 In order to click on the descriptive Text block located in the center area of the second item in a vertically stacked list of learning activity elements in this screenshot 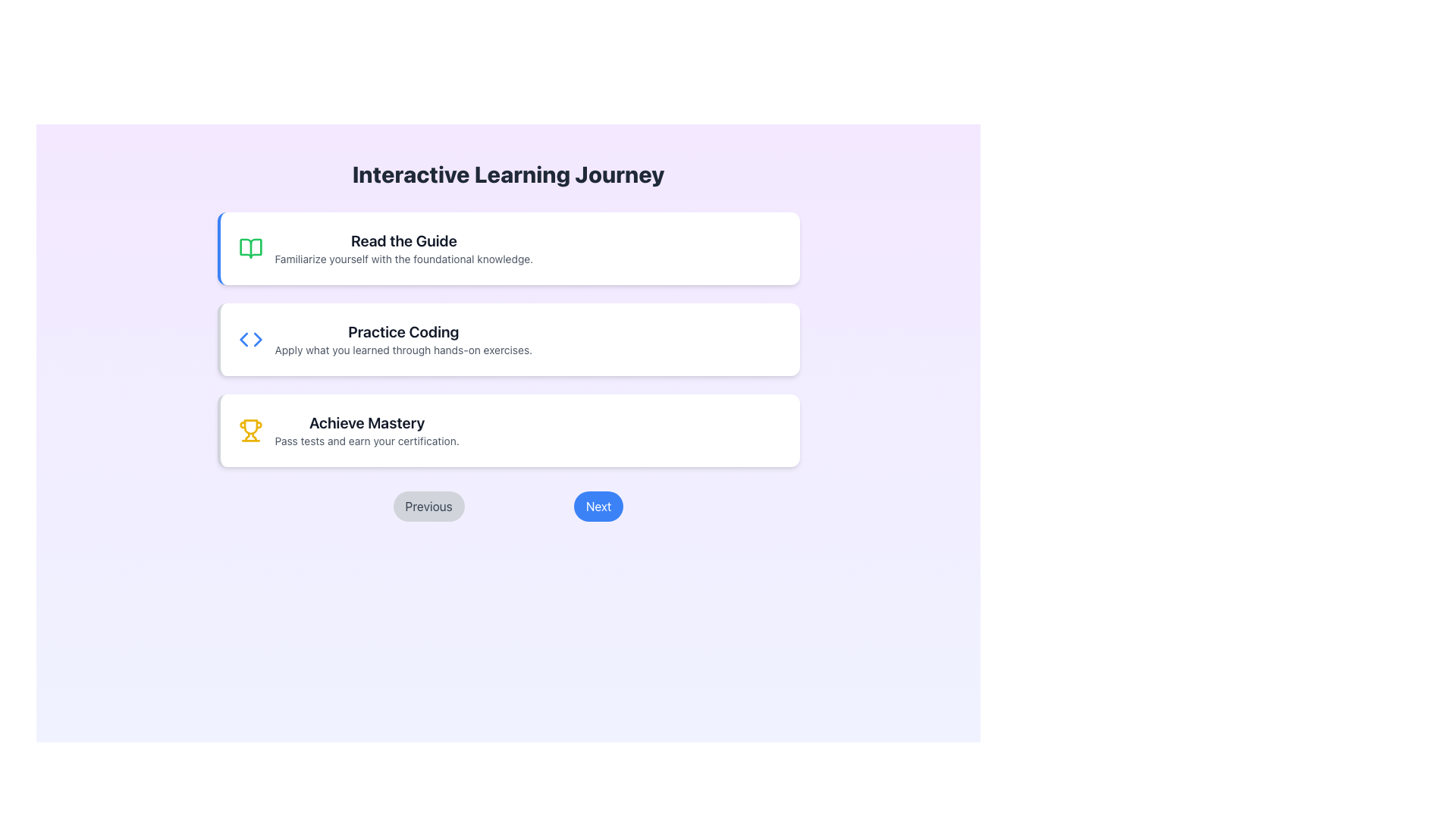, I will do `click(403, 338)`.